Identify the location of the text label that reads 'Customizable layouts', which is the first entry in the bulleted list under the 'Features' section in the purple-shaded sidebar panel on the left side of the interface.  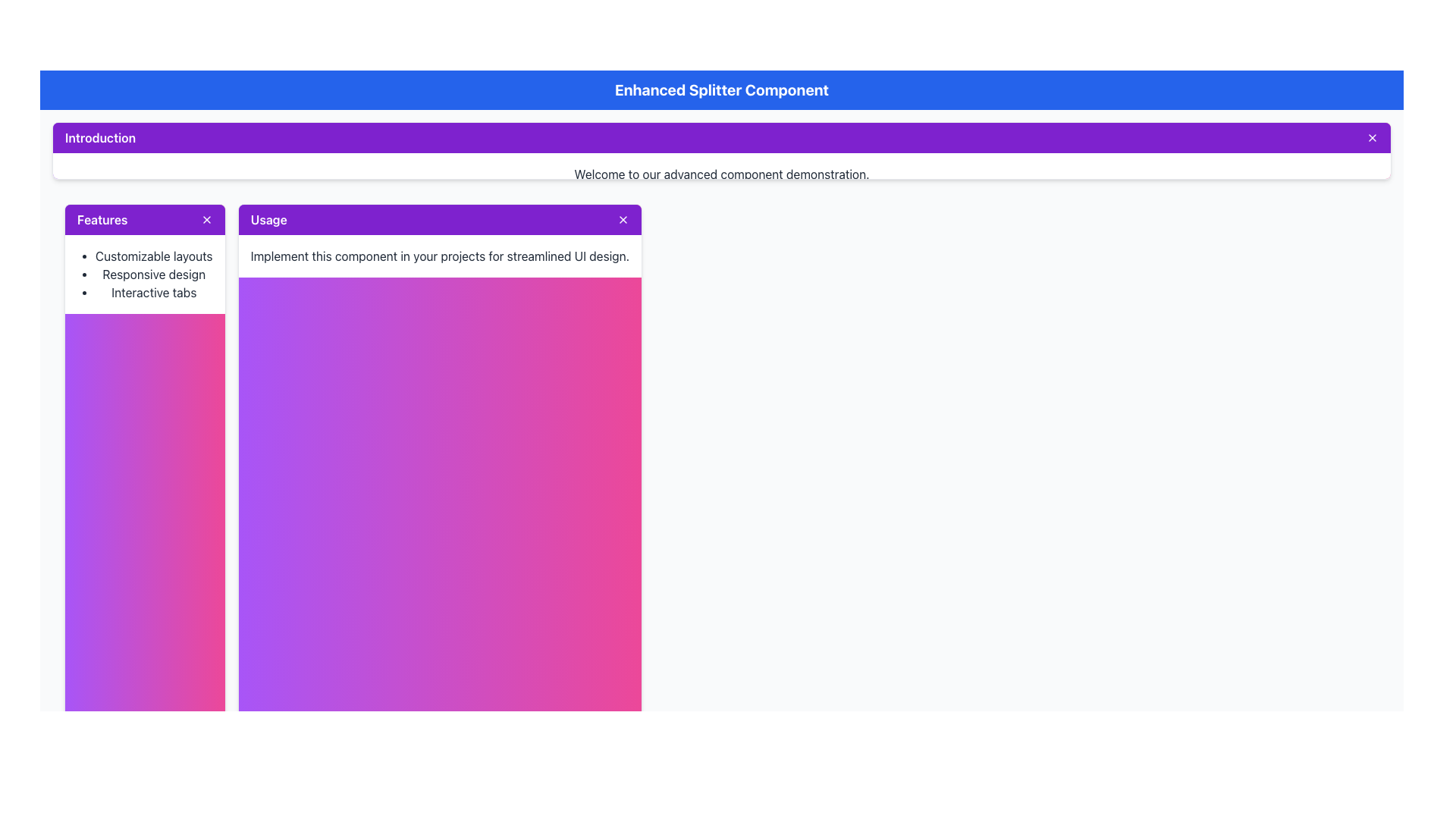
(154, 255).